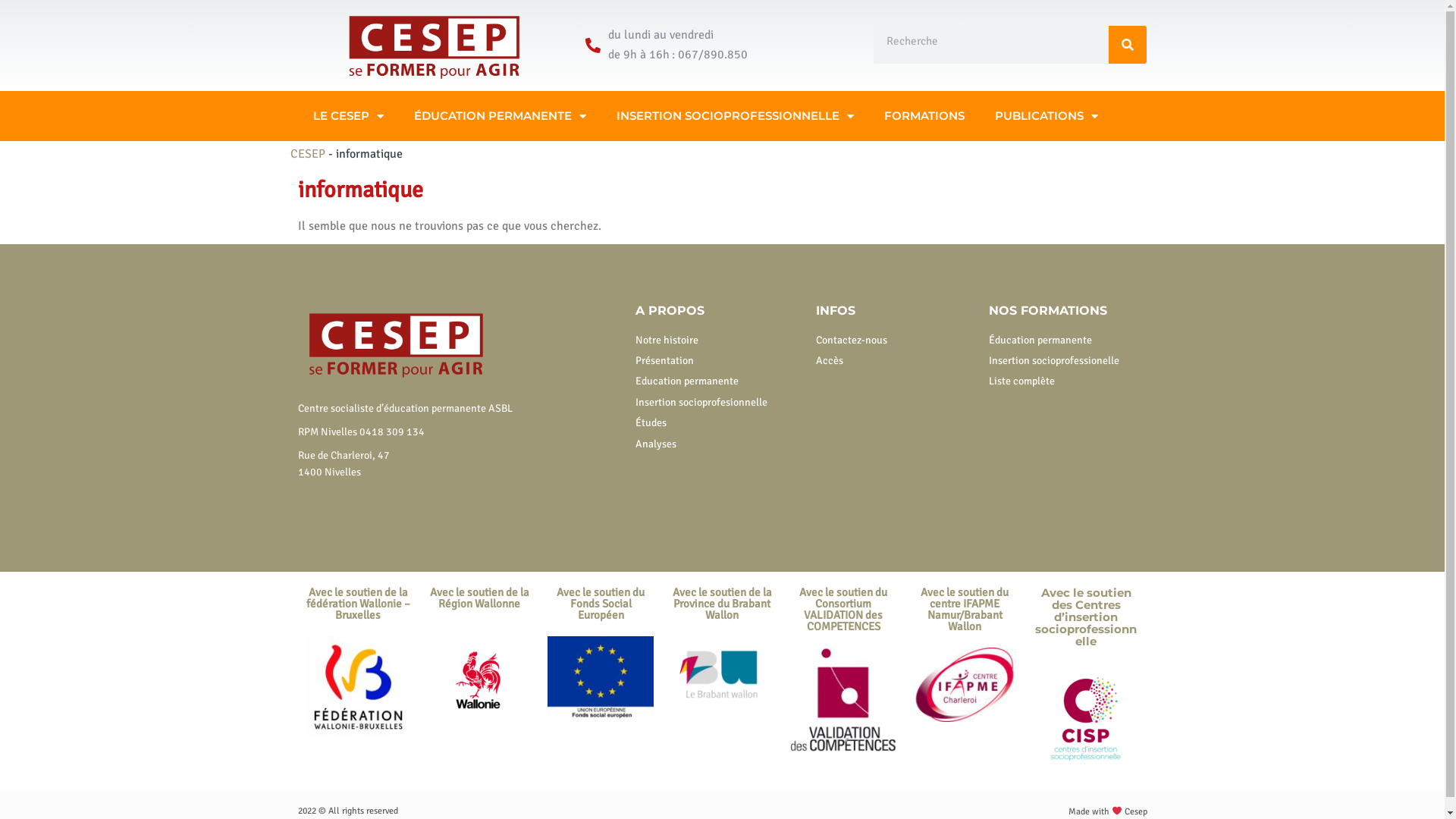 This screenshot has width=1456, height=819. What do you see at coordinates (717, 444) in the screenshot?
I see `'Analyses'` at bounding box center [717, 444].